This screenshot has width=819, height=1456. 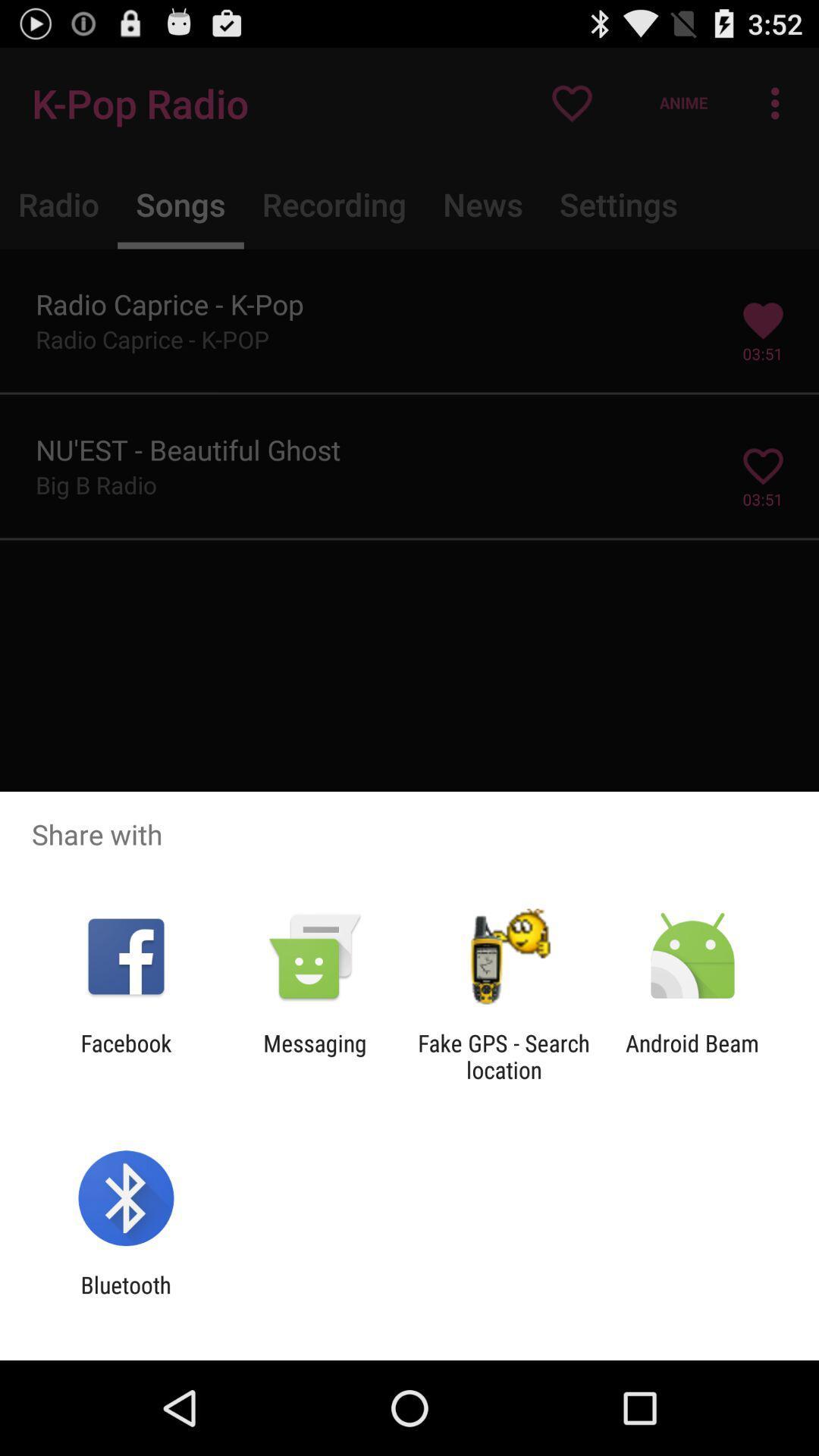 What do you see at coordinates (314, 1056) in the screenshot?
I see `the item to the right of facebook icon` at bounding box center [314, 1056].